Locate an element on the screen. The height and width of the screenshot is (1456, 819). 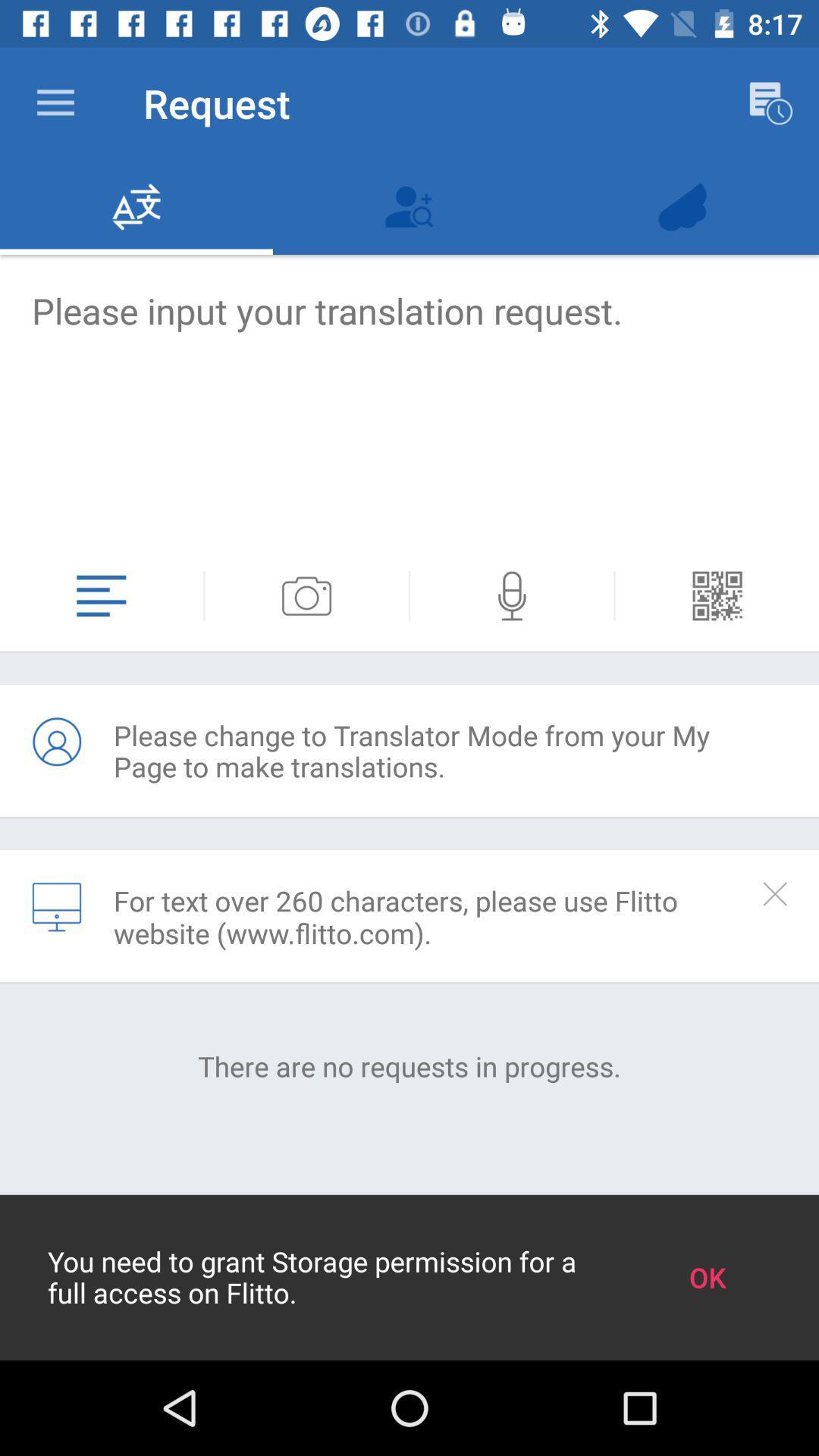
icon above the there are no app is located at coordinates (55, 907).